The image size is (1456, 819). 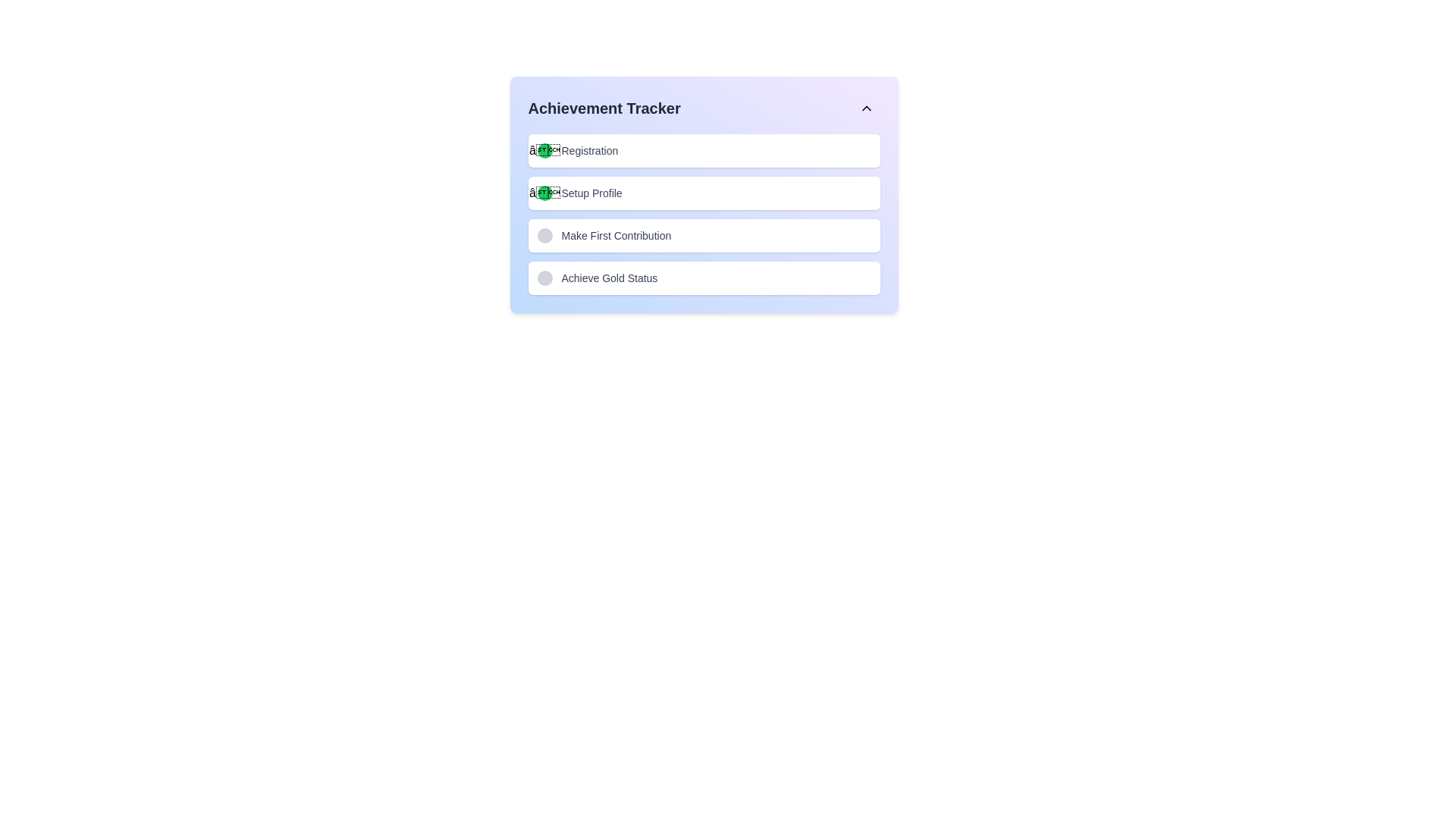 I want to click on the center of the 'Achieve Gold Status' display-only icon to interact if it is enabled, so click(x=544, y=278).